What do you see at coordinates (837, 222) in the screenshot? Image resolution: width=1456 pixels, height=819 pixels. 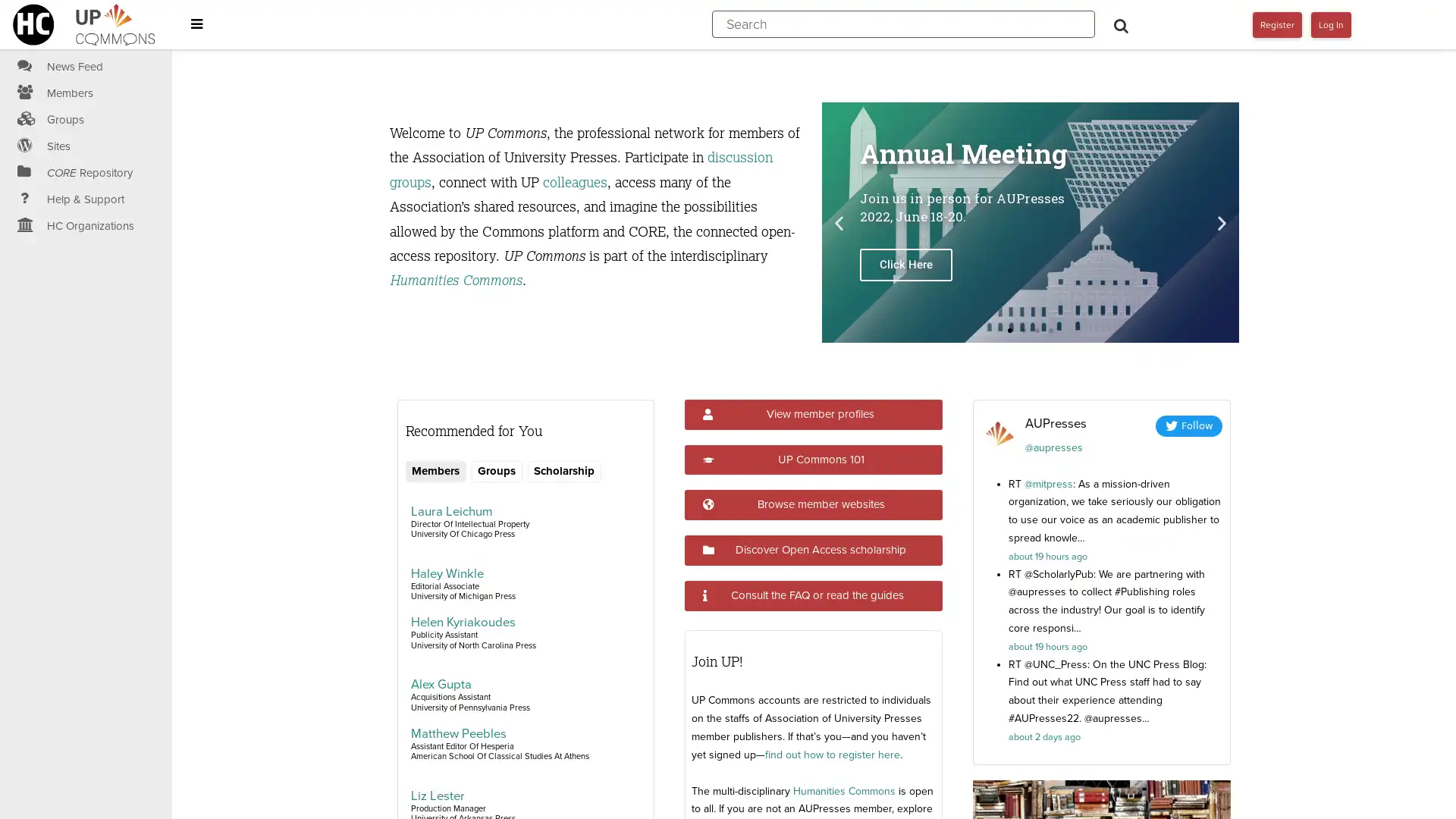 I see `Previous slide` at bounding box center [837, 222].